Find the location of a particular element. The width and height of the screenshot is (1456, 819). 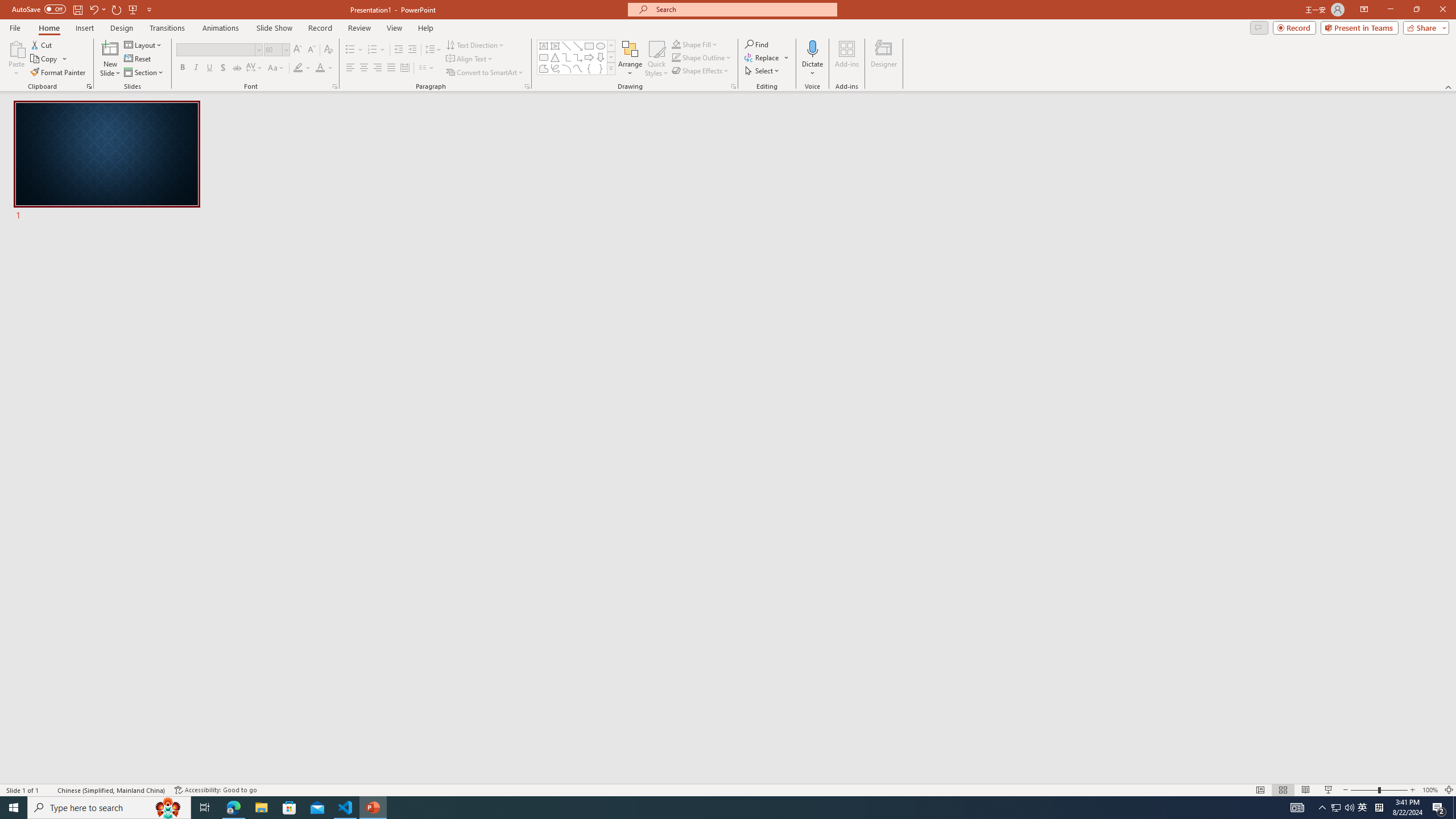

'Rectangle' is located at coordinates (589, 45).